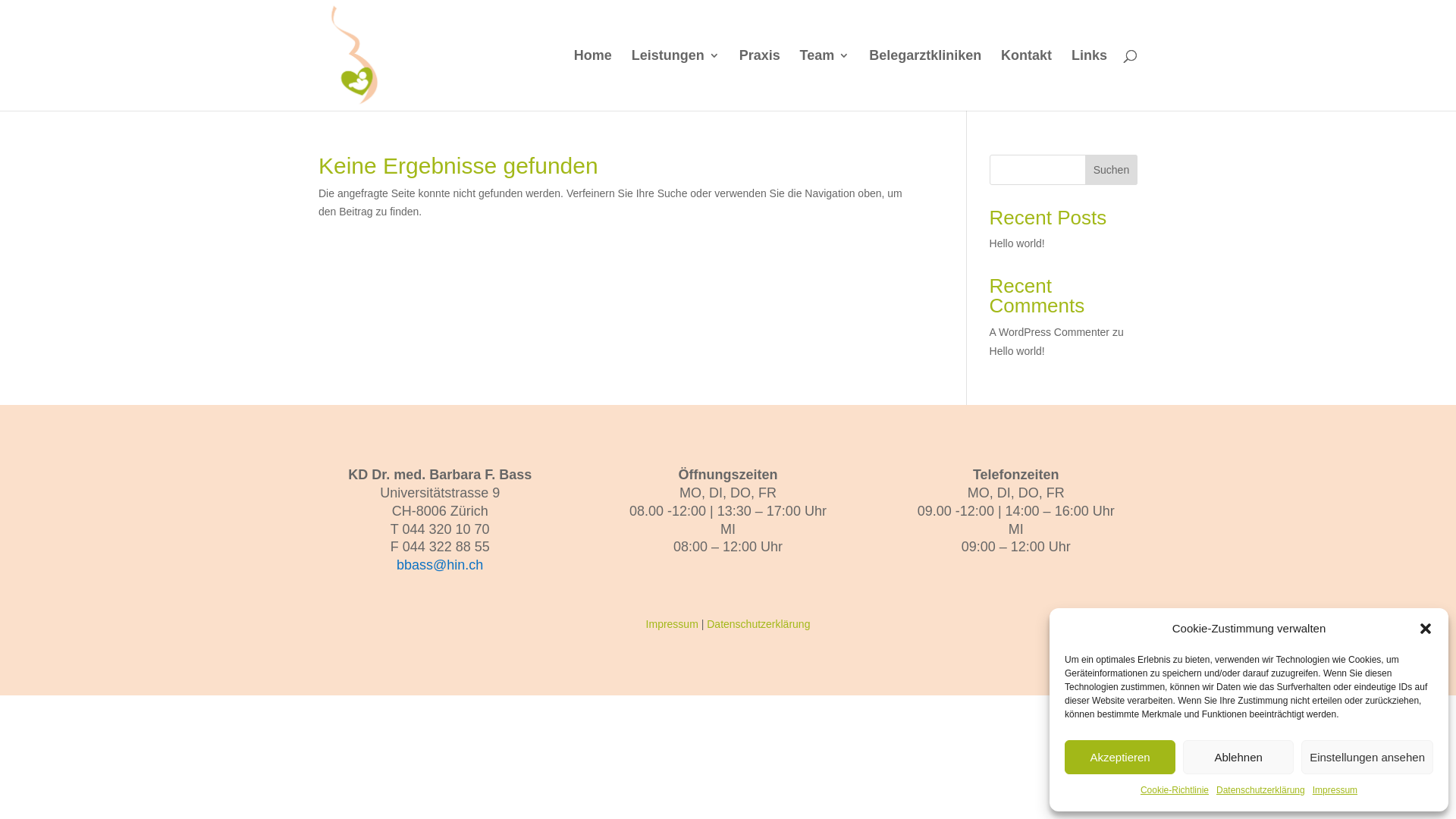  Describe the element at coordinates (1048, 331) in the screenshot. I see `'A WordPress Commenter'` at that location.